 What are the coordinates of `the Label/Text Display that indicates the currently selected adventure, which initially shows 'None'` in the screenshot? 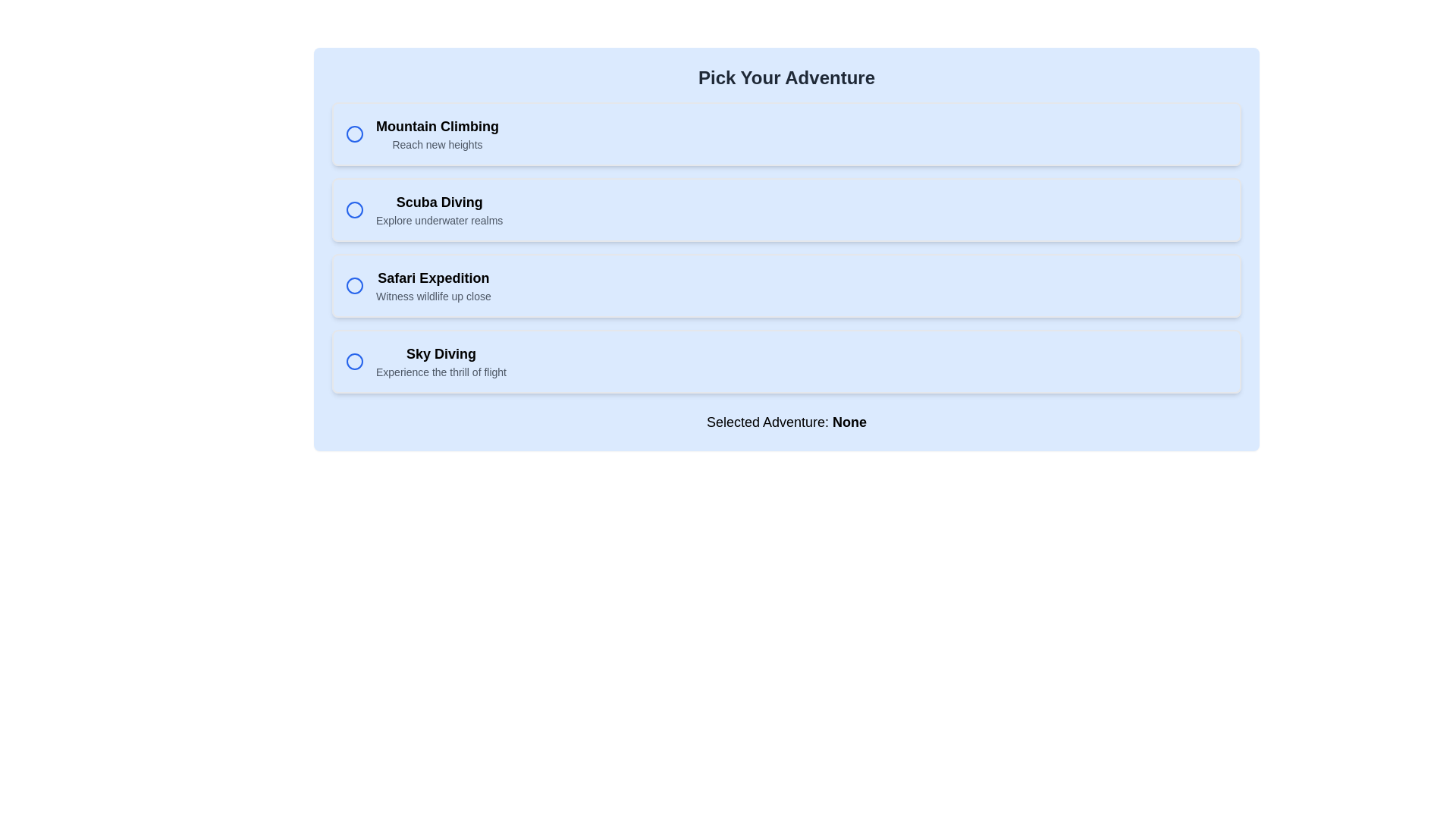 It's located at (786, 422).